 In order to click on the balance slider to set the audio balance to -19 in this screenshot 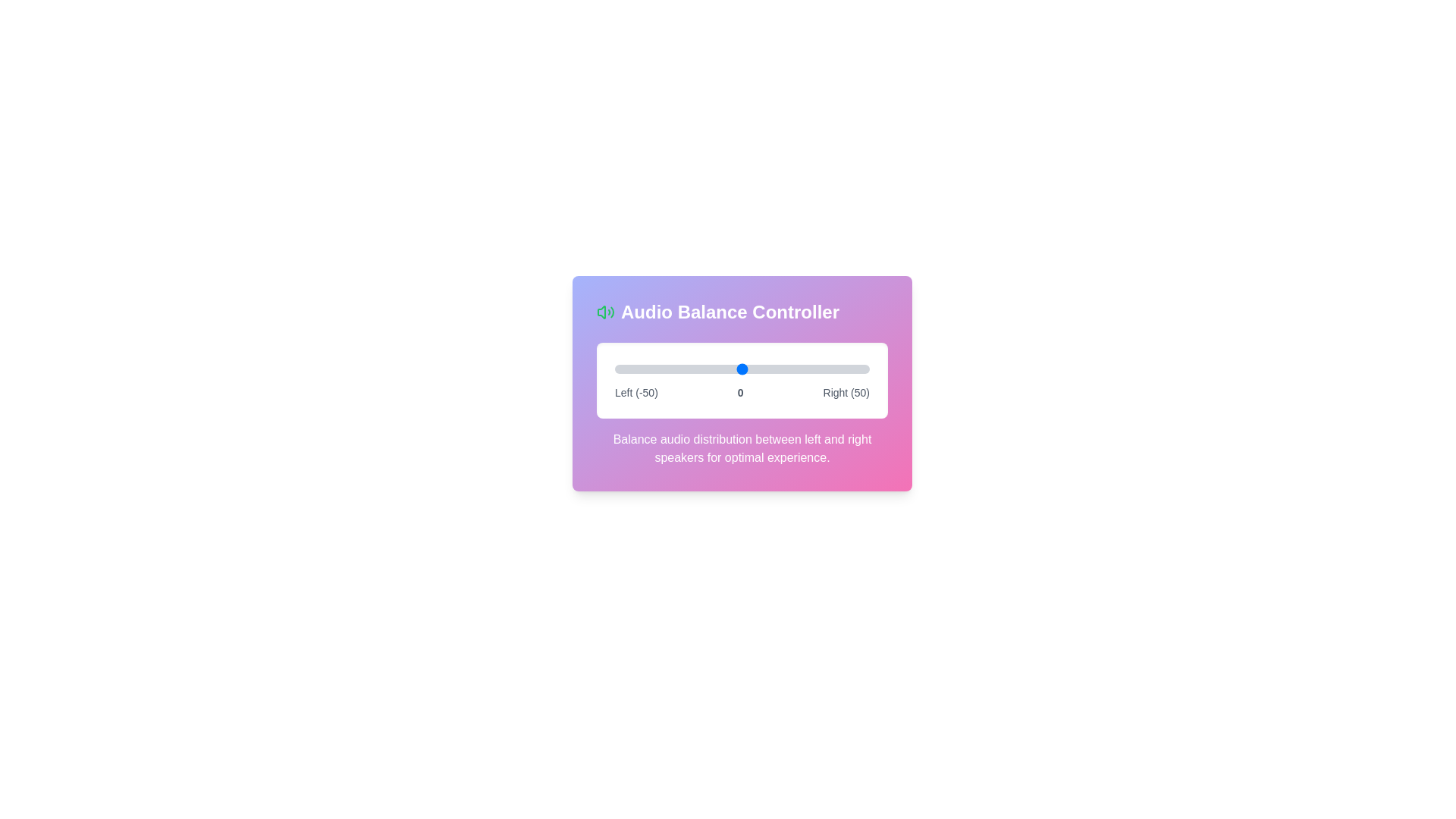, I will do `click(693, 369)`.